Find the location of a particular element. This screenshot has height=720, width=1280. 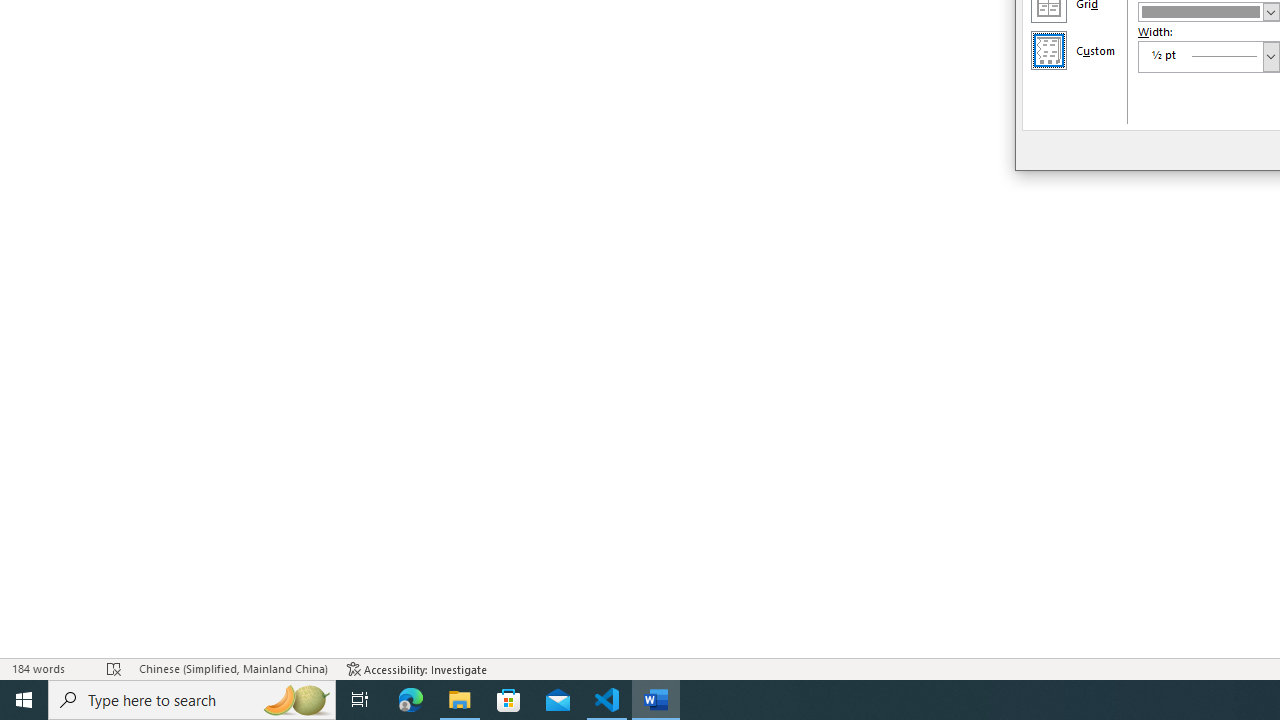

'Start' is located at coordinates (24, 698).